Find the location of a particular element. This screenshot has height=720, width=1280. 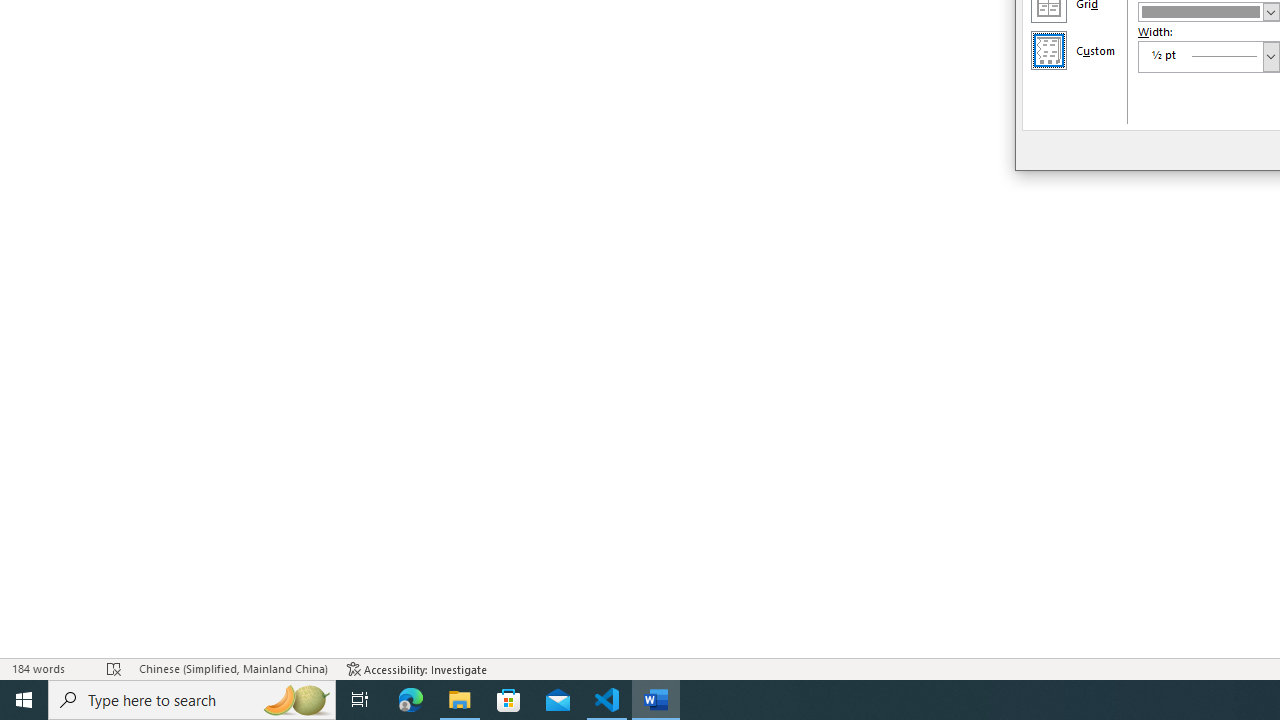

'Start' is located at coordinates (24, 698).